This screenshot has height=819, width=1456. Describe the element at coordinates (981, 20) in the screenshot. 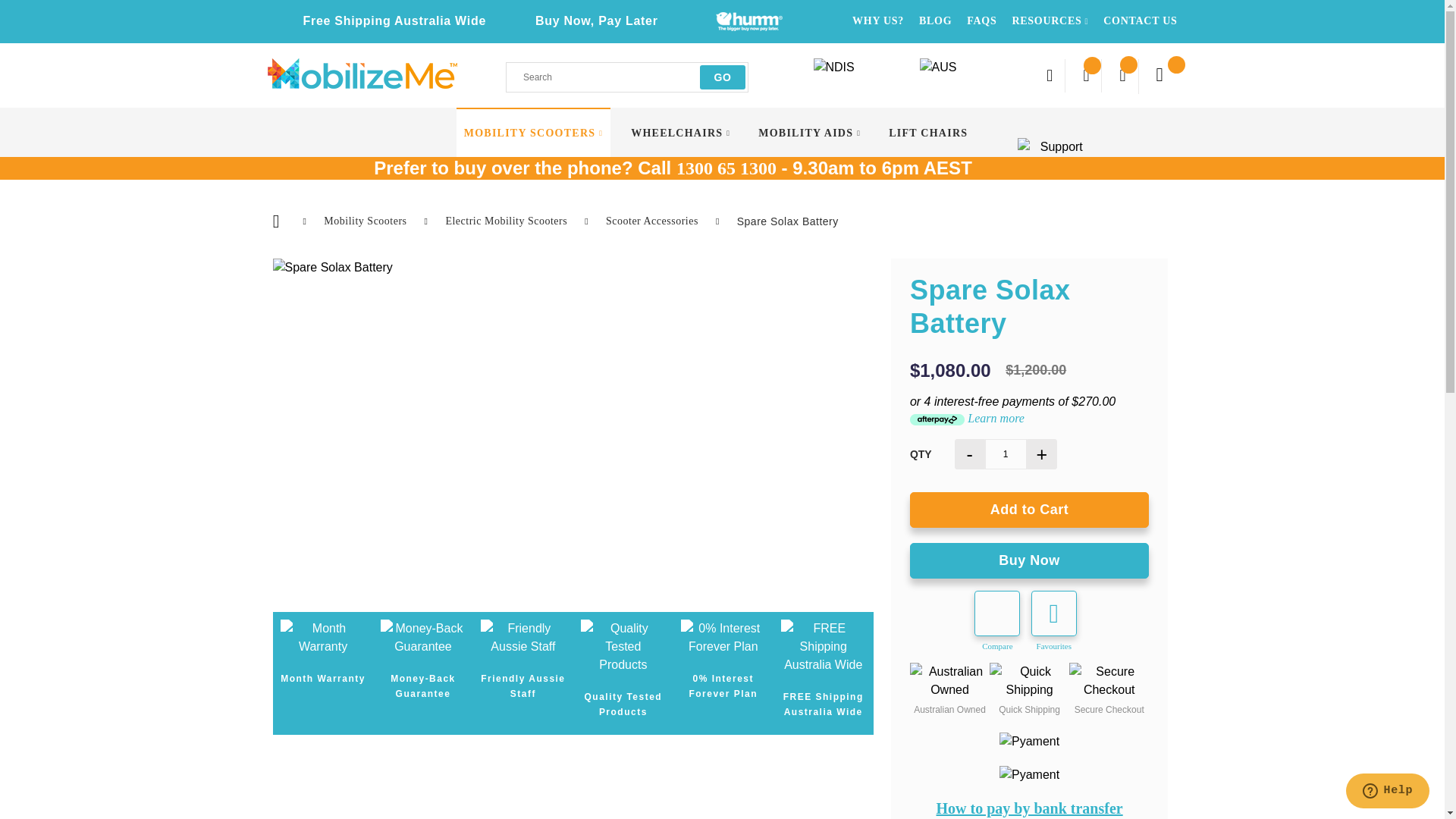

I see `'FAQS'` at that location.